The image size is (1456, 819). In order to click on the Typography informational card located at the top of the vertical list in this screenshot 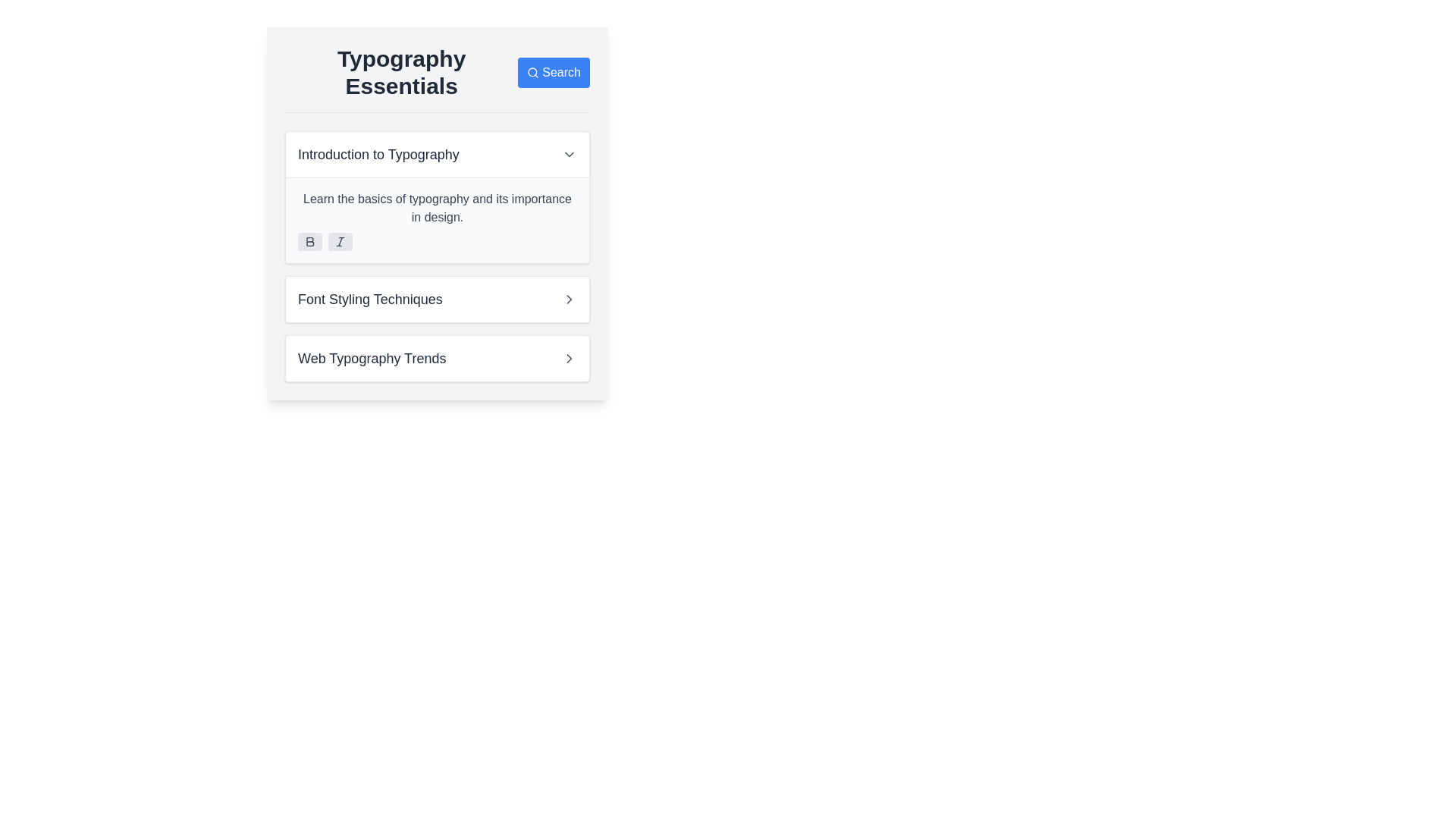, I will do `click(436, 196)`.